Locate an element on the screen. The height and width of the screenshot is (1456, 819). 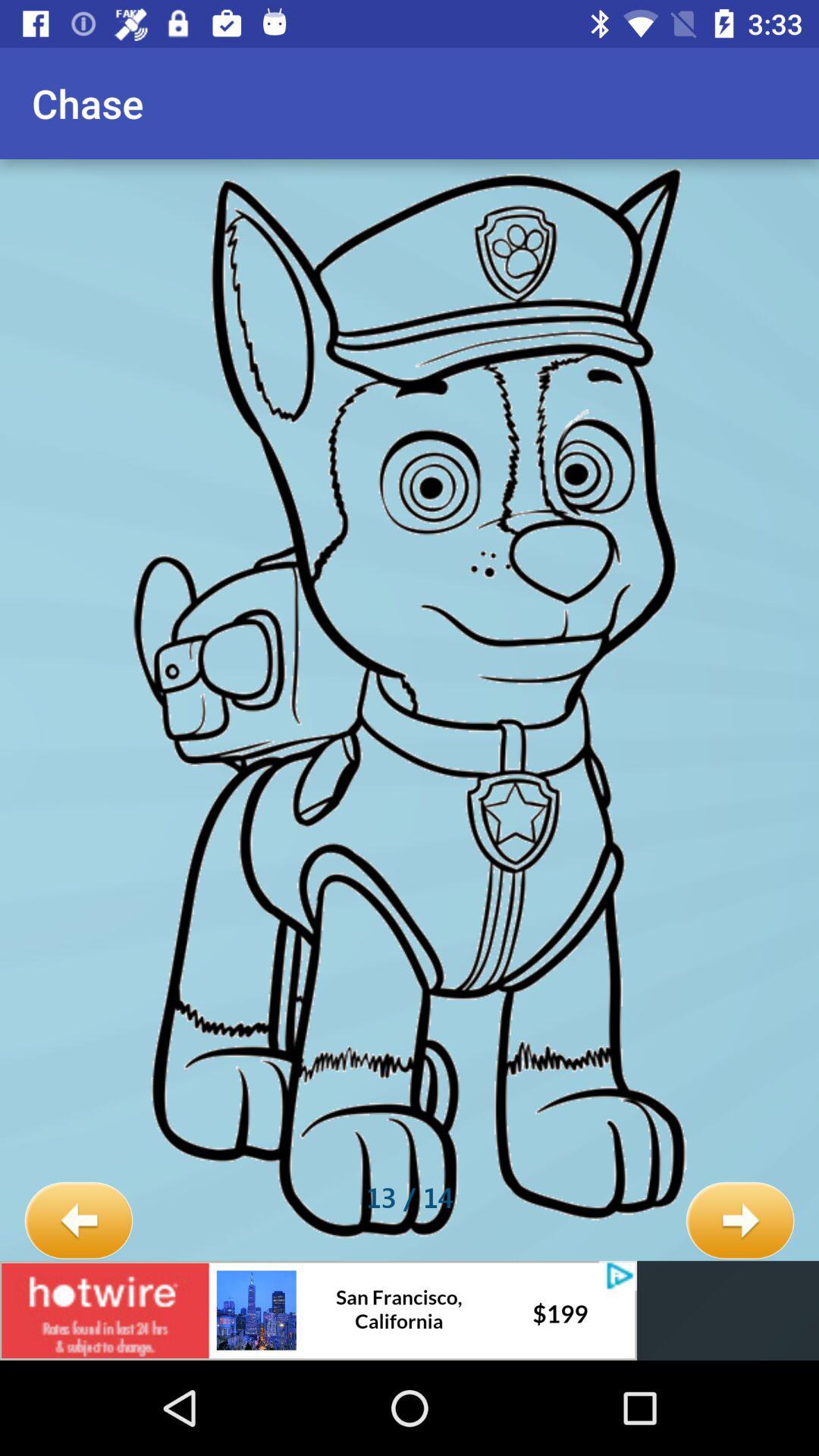
the icon at the bottom right corner is located at coordinates (739, 1221).